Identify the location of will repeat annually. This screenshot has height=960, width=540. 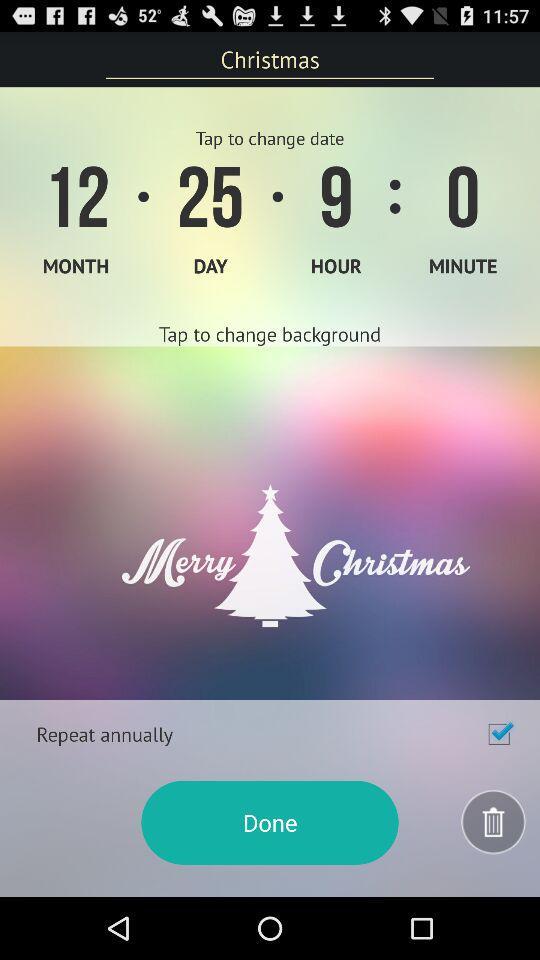
(498, 733).